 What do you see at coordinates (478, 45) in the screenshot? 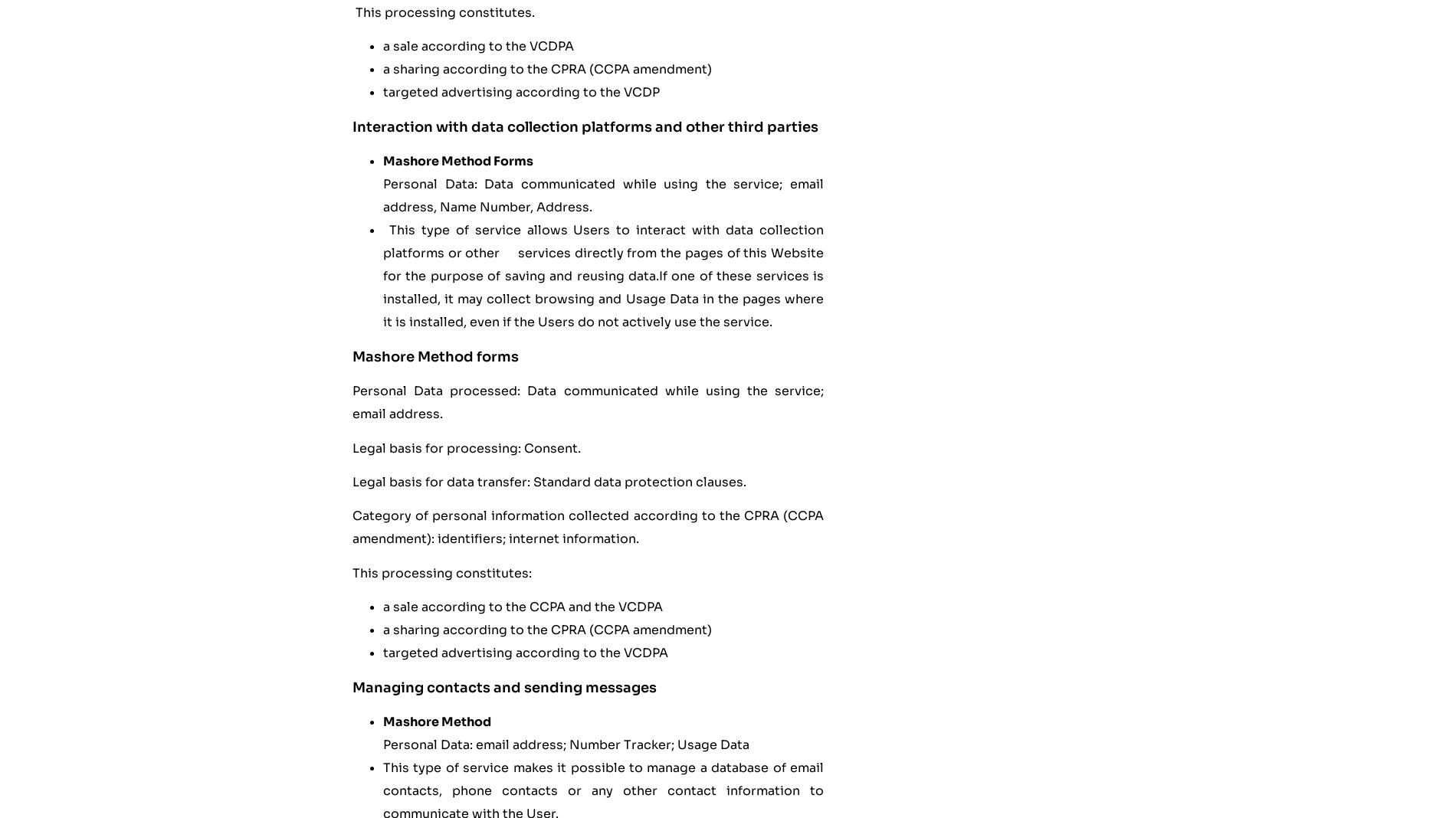
I see `'a sale according to the VCDPA'` at bounding box center [478, 45].